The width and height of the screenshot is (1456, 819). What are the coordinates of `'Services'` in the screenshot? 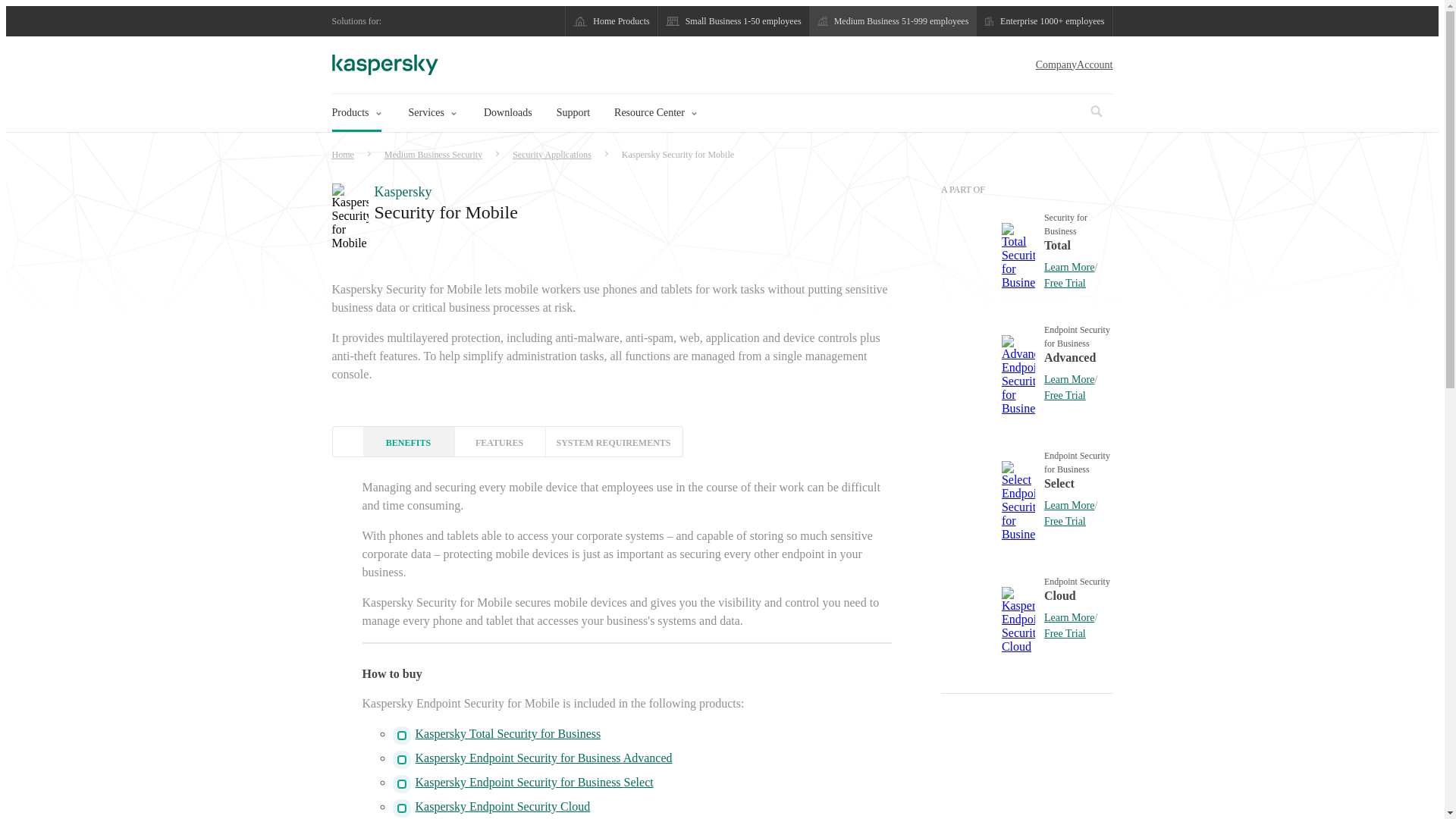 It's located at (431, 112).